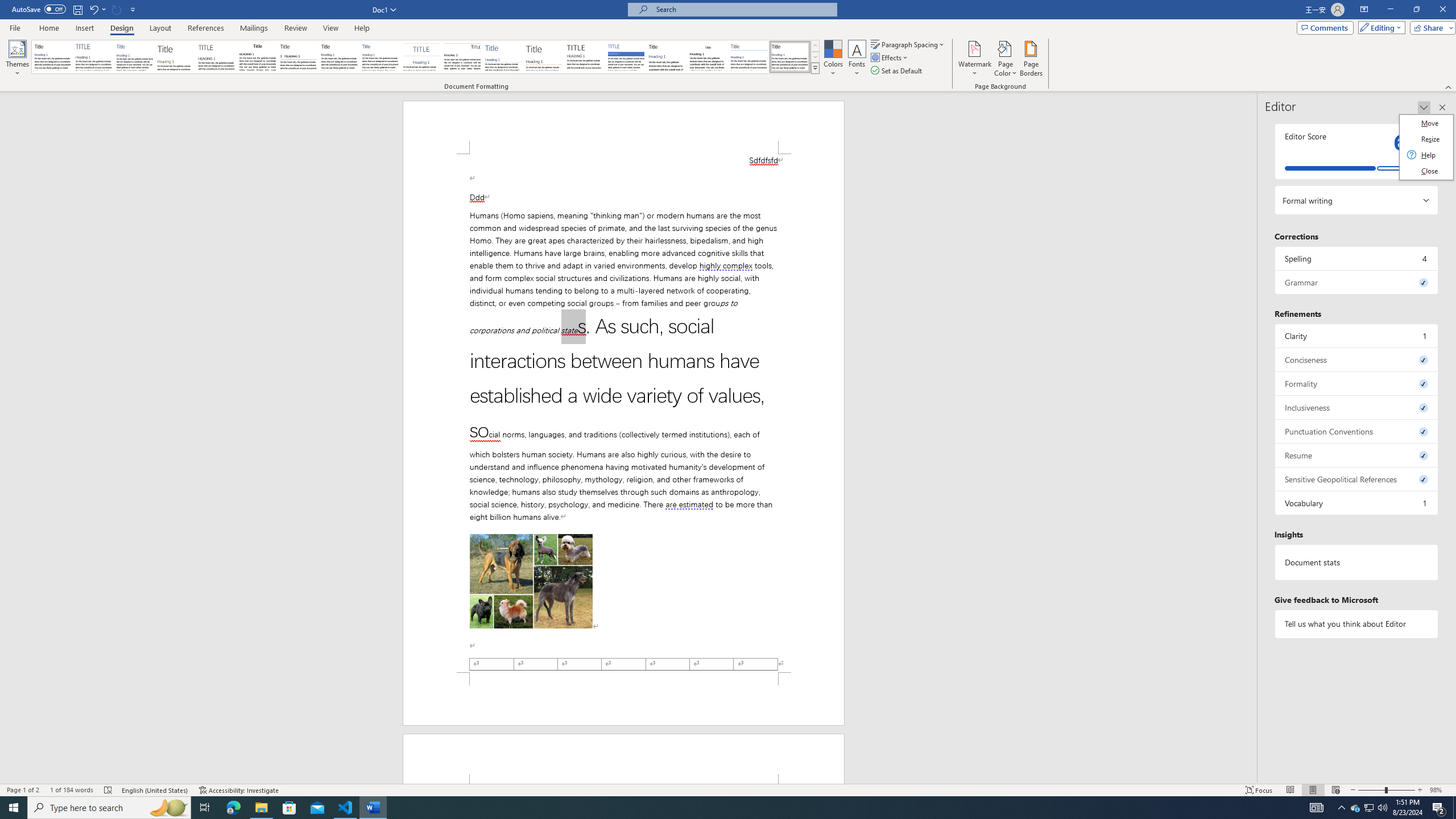 This screenshot has height=819, width=1456. Describe the element at coordinates (1426, 147) in the screenshot. I see `'Class: Net UI Tool Window'` at that location.